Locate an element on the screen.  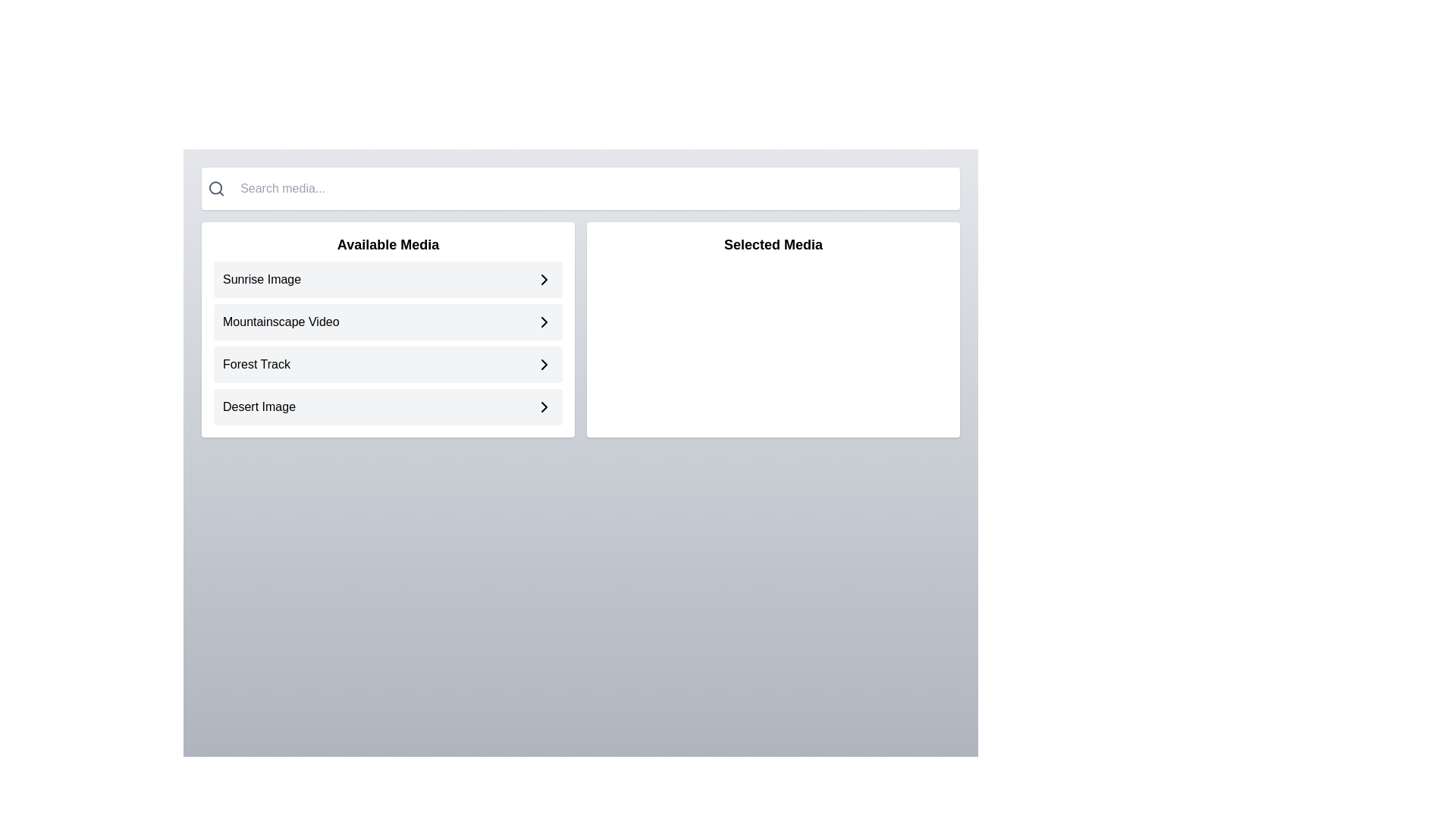
the rightward-pointing chevron icon, which is the last in a vertical list aligned with 'Desert Image' in the 'Available Media' section is located at coordinates (544, 406).